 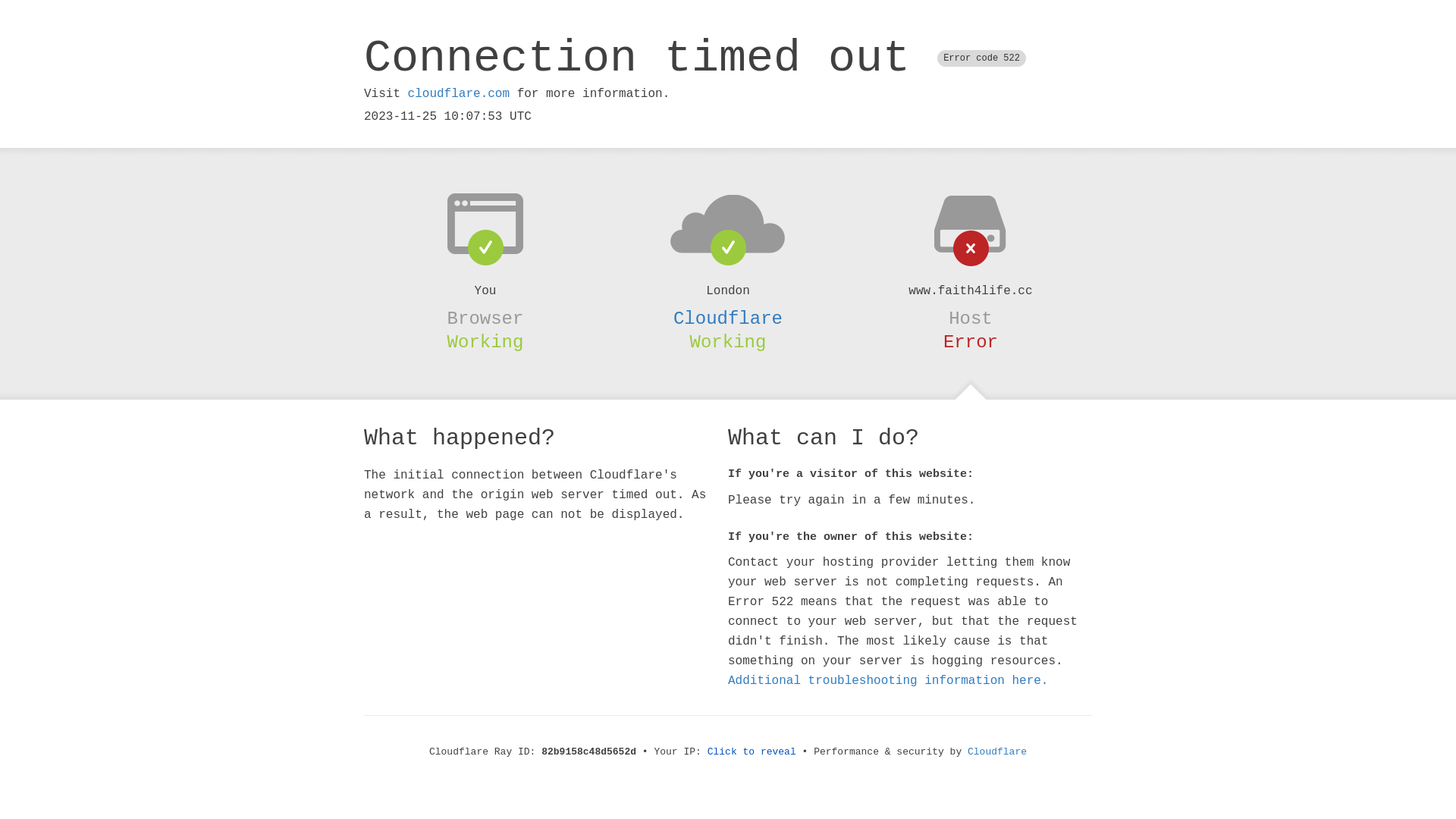 I want to click on 'cloudflare.com', so click(x=457, y=93).